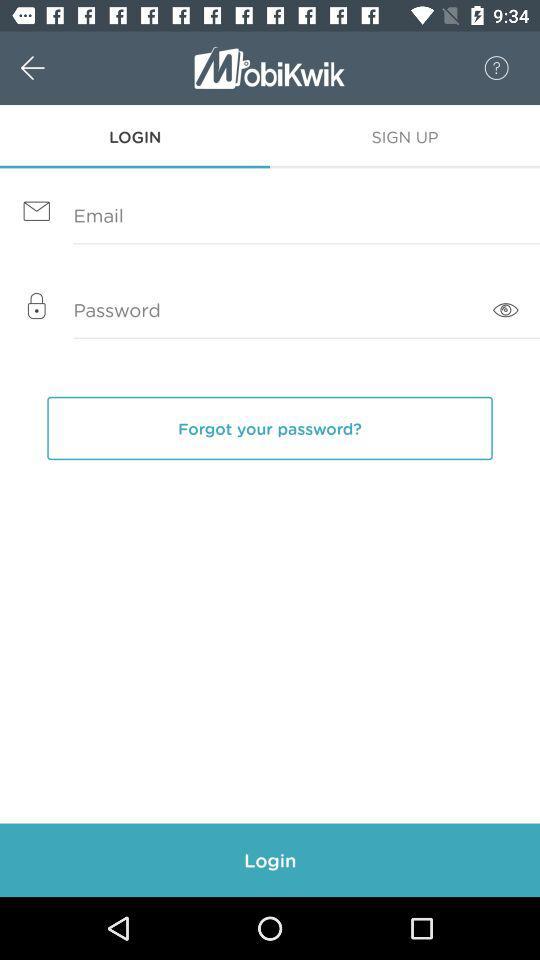 The image size is (540, 960). I want to click on the visibility icon, so click(504, 310).